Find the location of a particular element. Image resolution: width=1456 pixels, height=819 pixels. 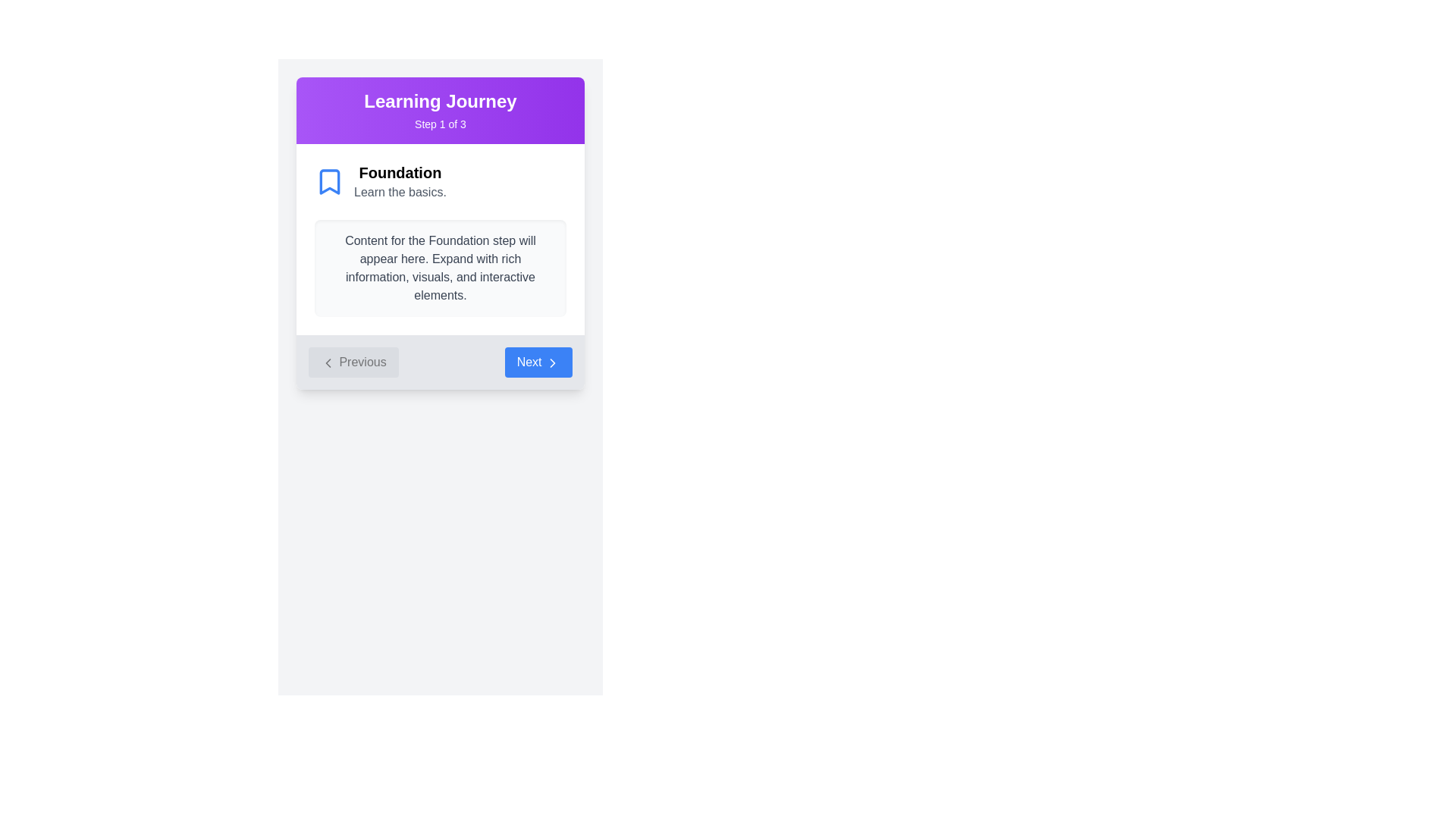

information displayed in the text label 'Step 1 of 3' which is styled in white against a purple background, located below the heading 'Learning Journey.' is located at coordinates (439, 124).